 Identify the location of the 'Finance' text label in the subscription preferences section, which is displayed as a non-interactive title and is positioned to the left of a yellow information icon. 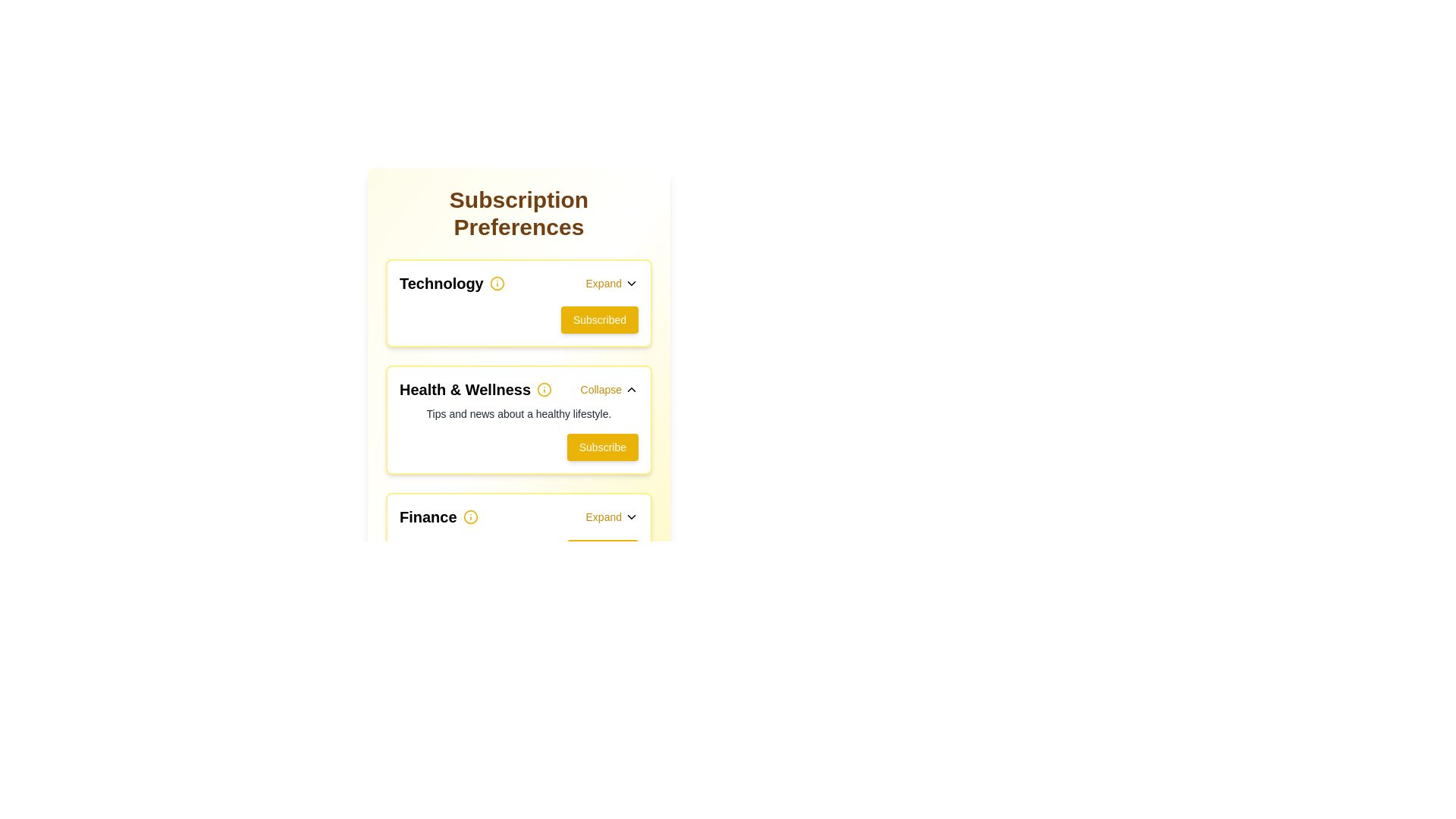
(438, 516).